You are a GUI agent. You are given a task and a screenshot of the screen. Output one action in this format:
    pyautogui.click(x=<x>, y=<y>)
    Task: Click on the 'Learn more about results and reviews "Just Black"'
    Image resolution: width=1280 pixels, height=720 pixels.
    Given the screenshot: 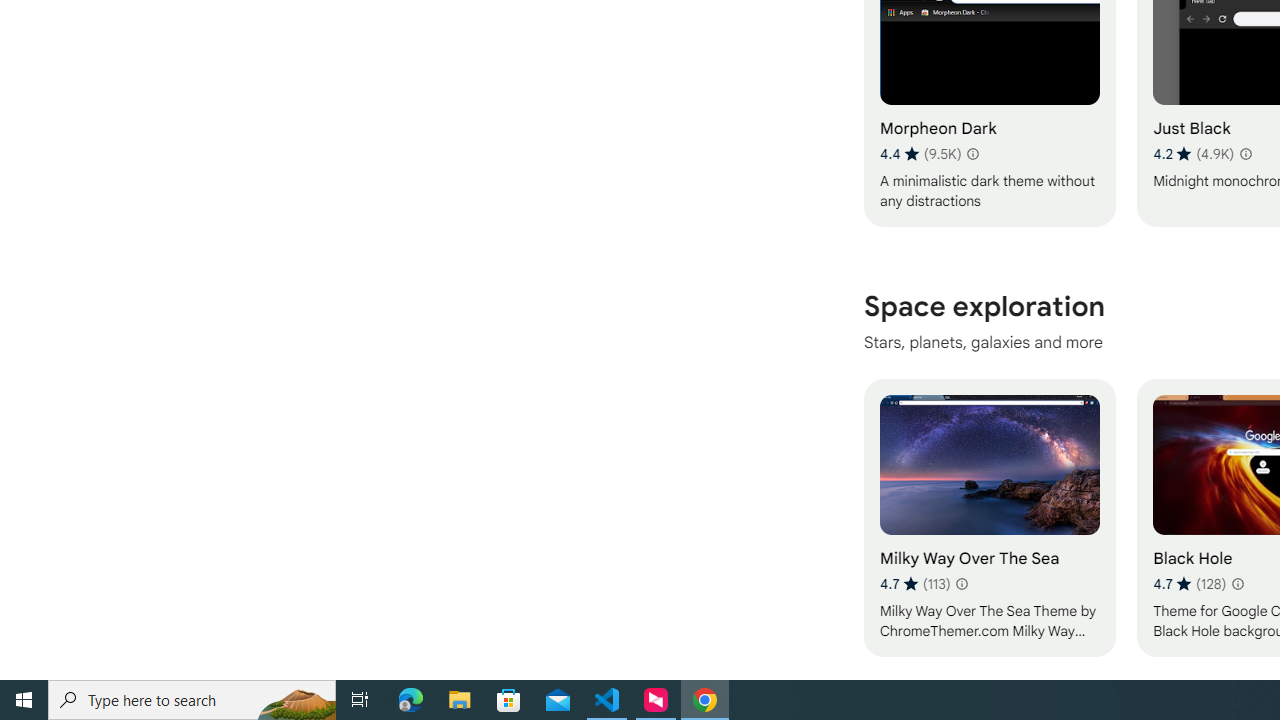 What is the action you would take?
    pyautogui.click(x=1243, y=153)
    